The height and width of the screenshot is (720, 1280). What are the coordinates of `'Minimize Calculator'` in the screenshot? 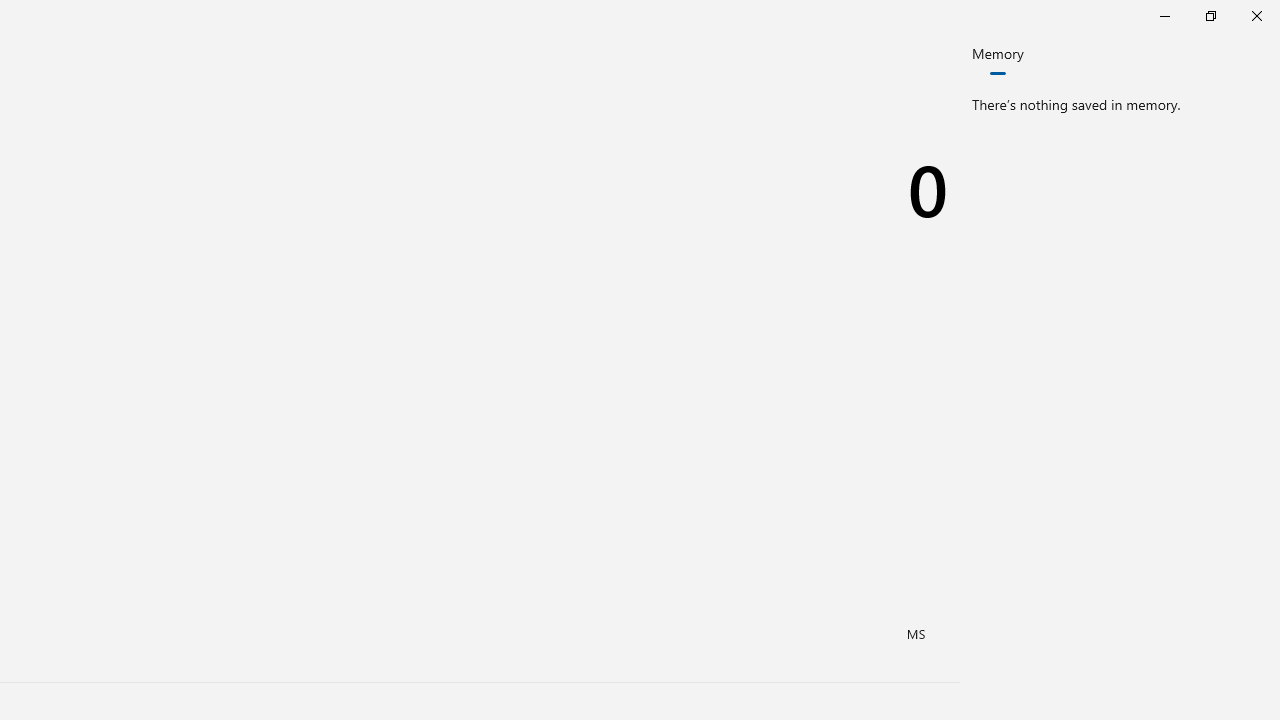 It's located at (1164, 15).